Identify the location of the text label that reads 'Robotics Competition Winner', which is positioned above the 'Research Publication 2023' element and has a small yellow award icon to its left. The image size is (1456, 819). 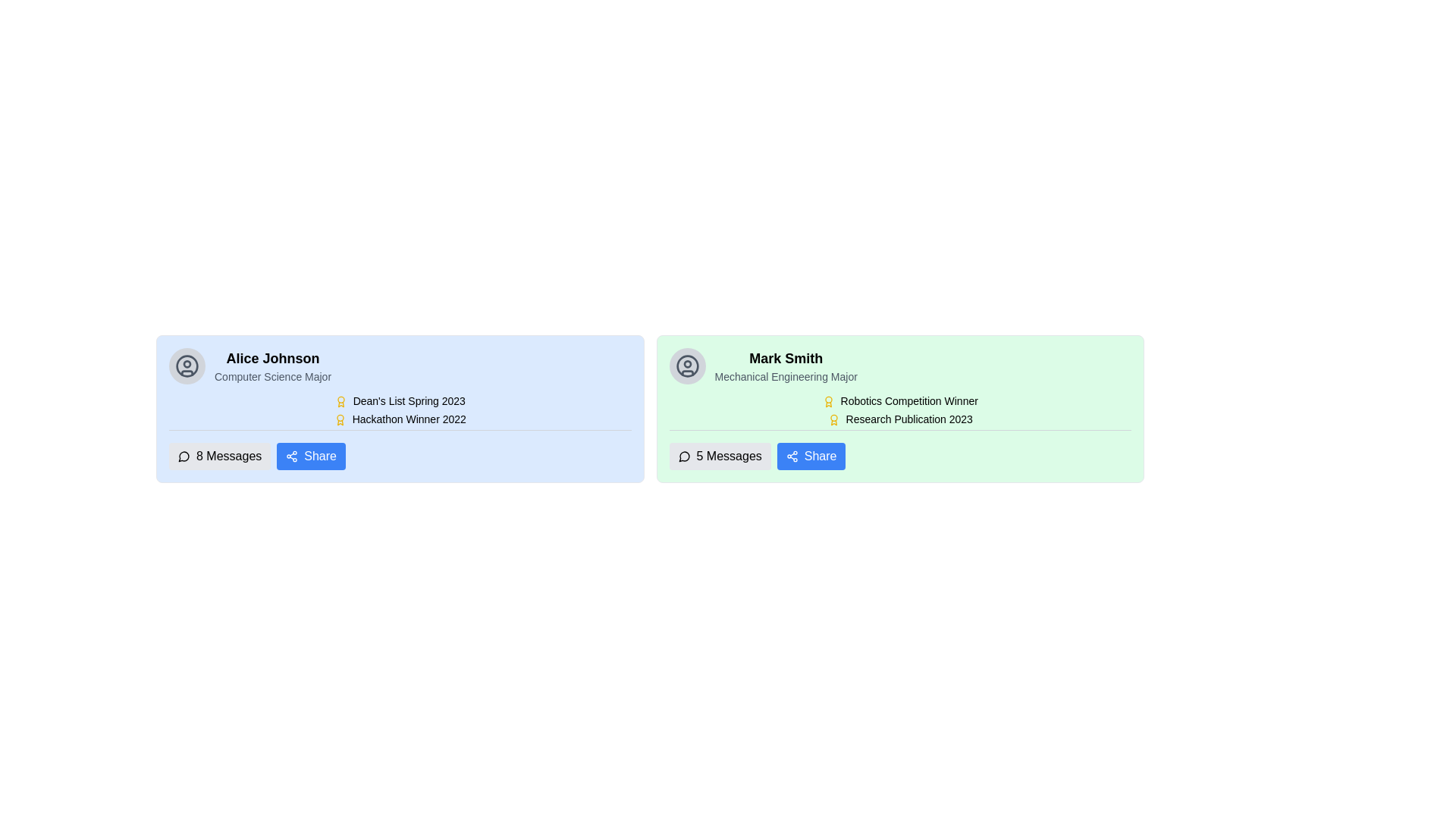
(900, 400).